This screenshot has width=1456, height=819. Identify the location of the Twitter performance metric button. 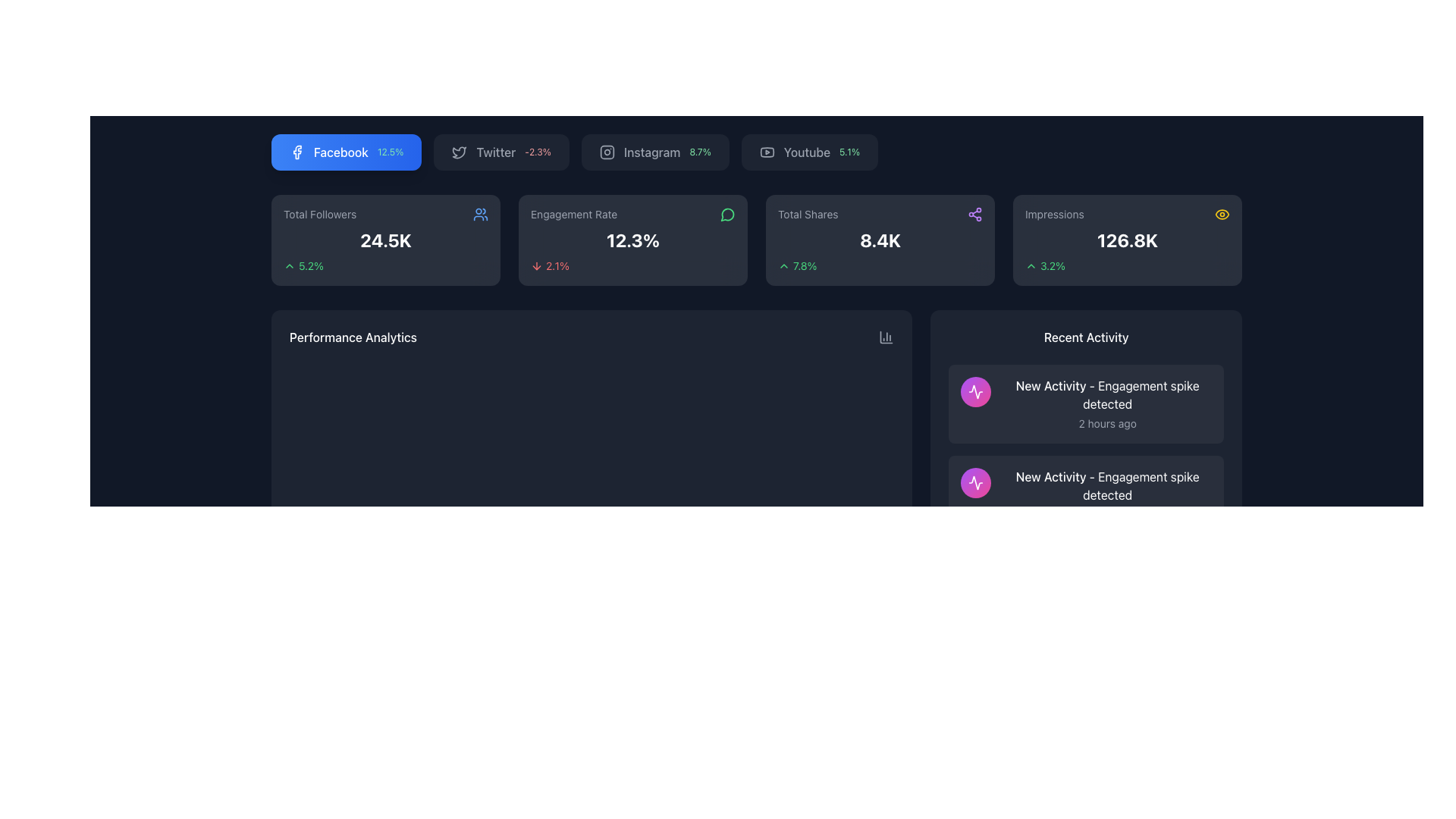
(501, 152).